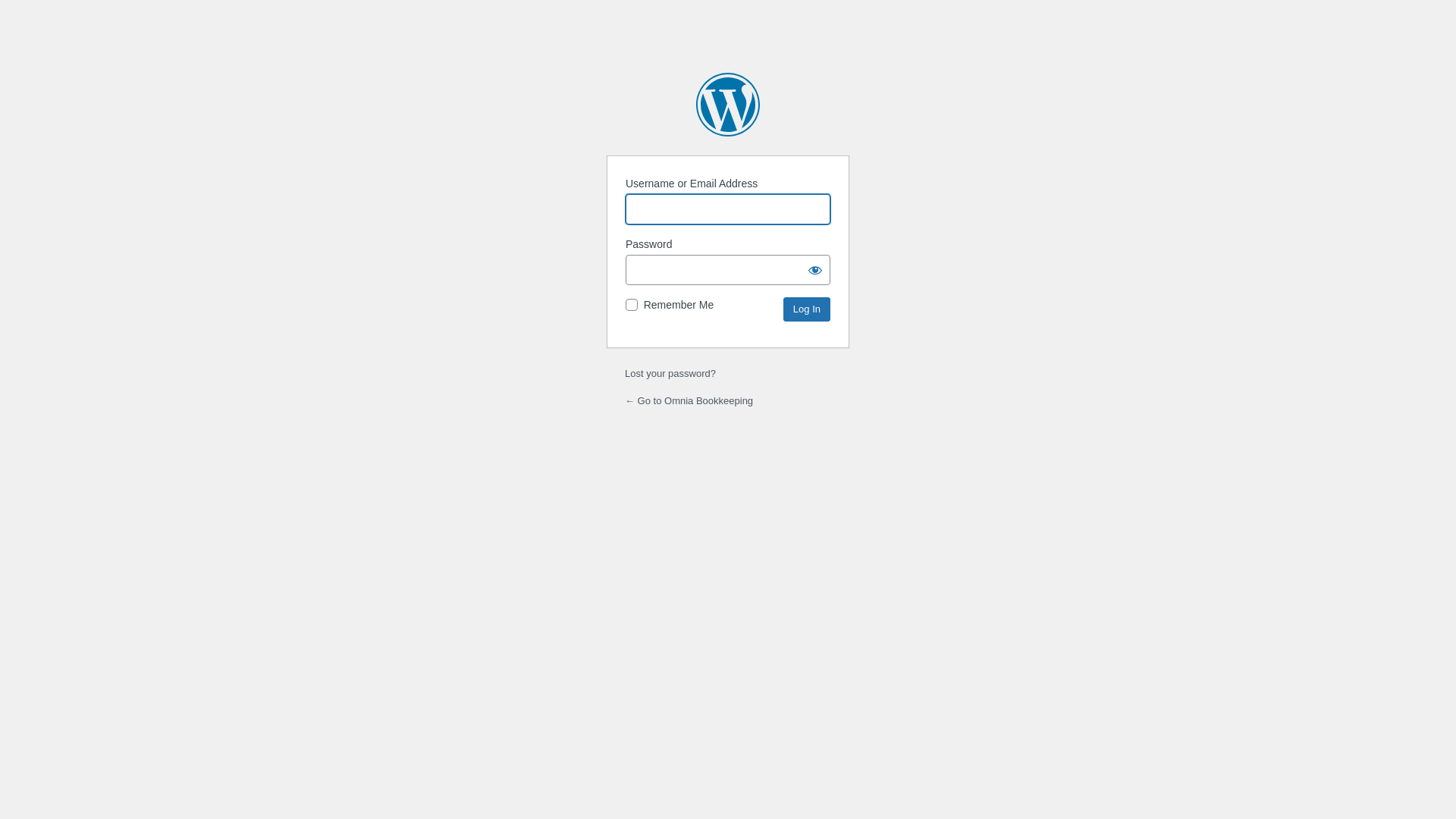  Describe the element at coordinates (669, 373) in the screenshot. I see `'Lost your password?'` at that location.